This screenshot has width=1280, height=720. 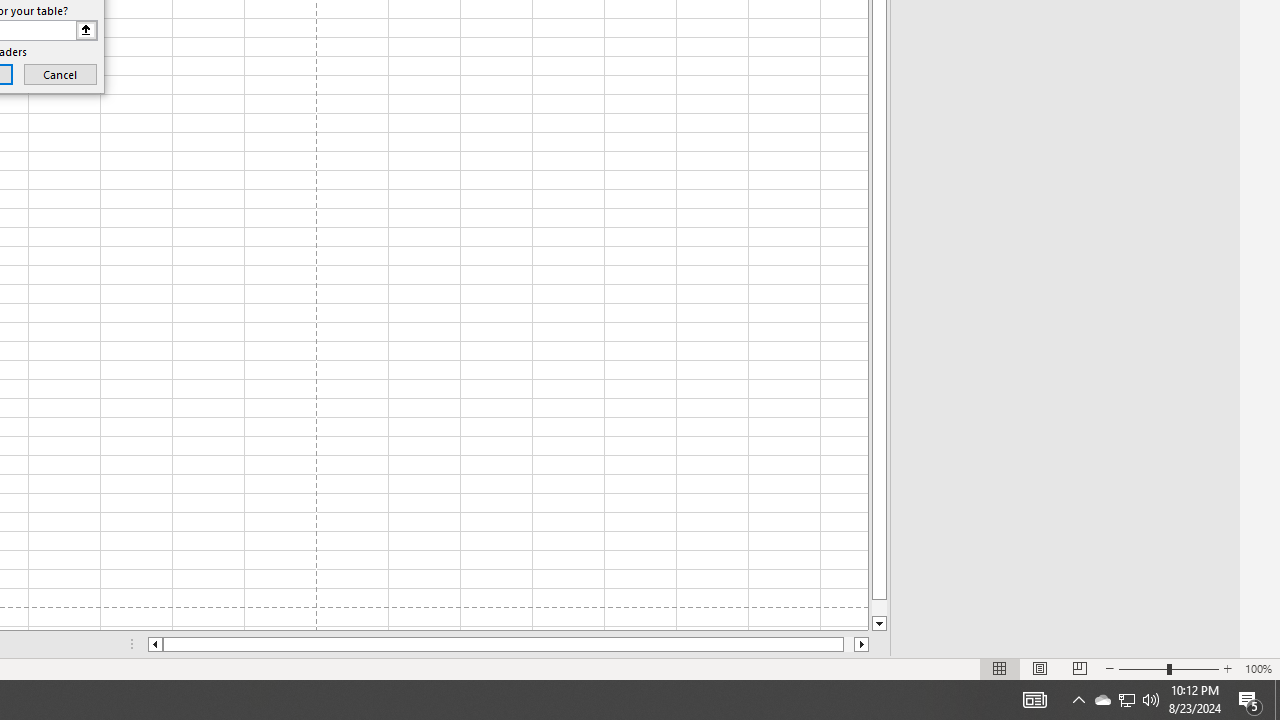 I want to click on 'Line down', so click(x=879, y=623).